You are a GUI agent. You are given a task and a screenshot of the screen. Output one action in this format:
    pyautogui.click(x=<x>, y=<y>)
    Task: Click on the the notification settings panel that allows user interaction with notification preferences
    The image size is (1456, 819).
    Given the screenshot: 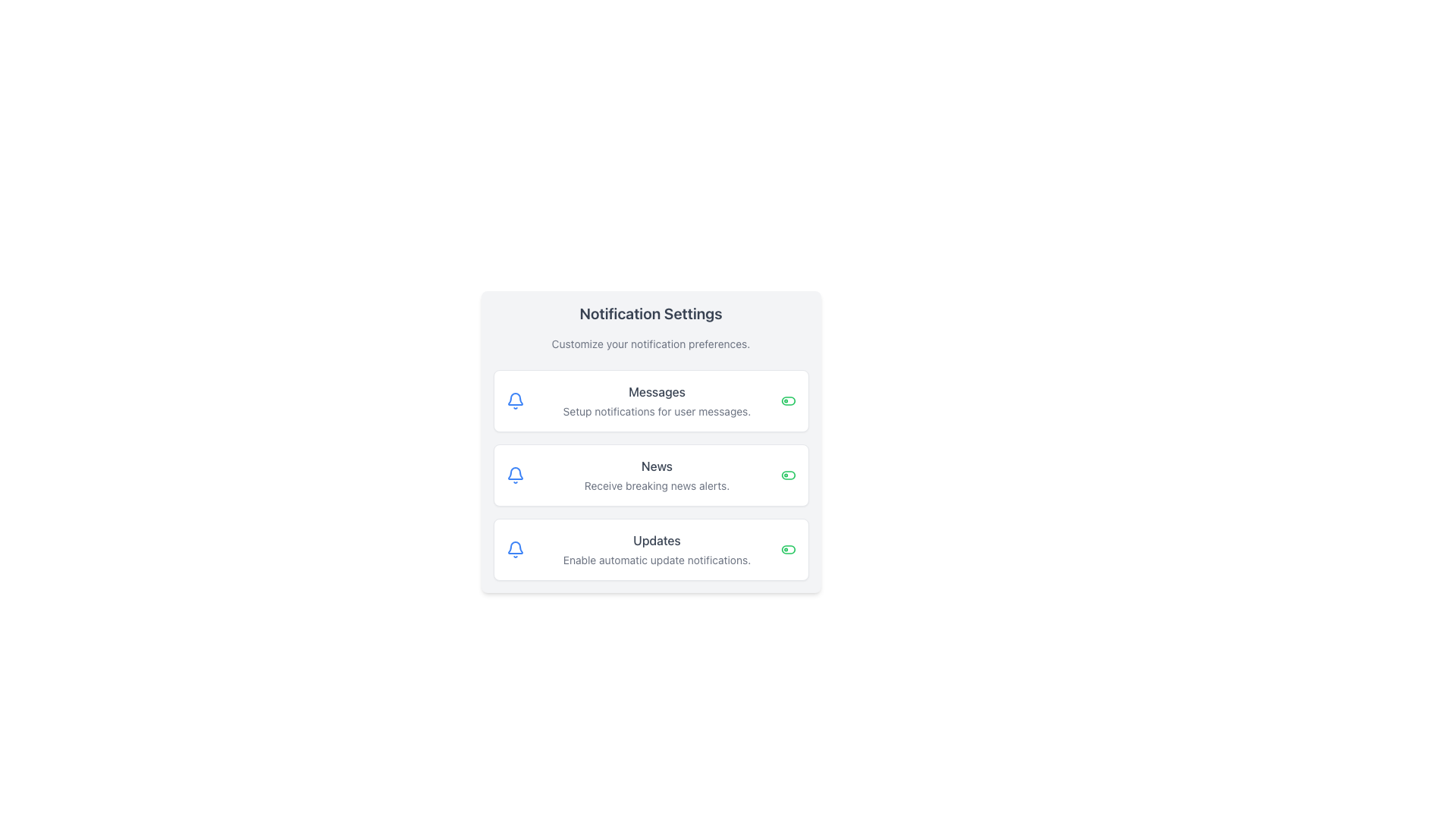 What is the action you would take?
    pyautogui.click(x=651, y=441)
    